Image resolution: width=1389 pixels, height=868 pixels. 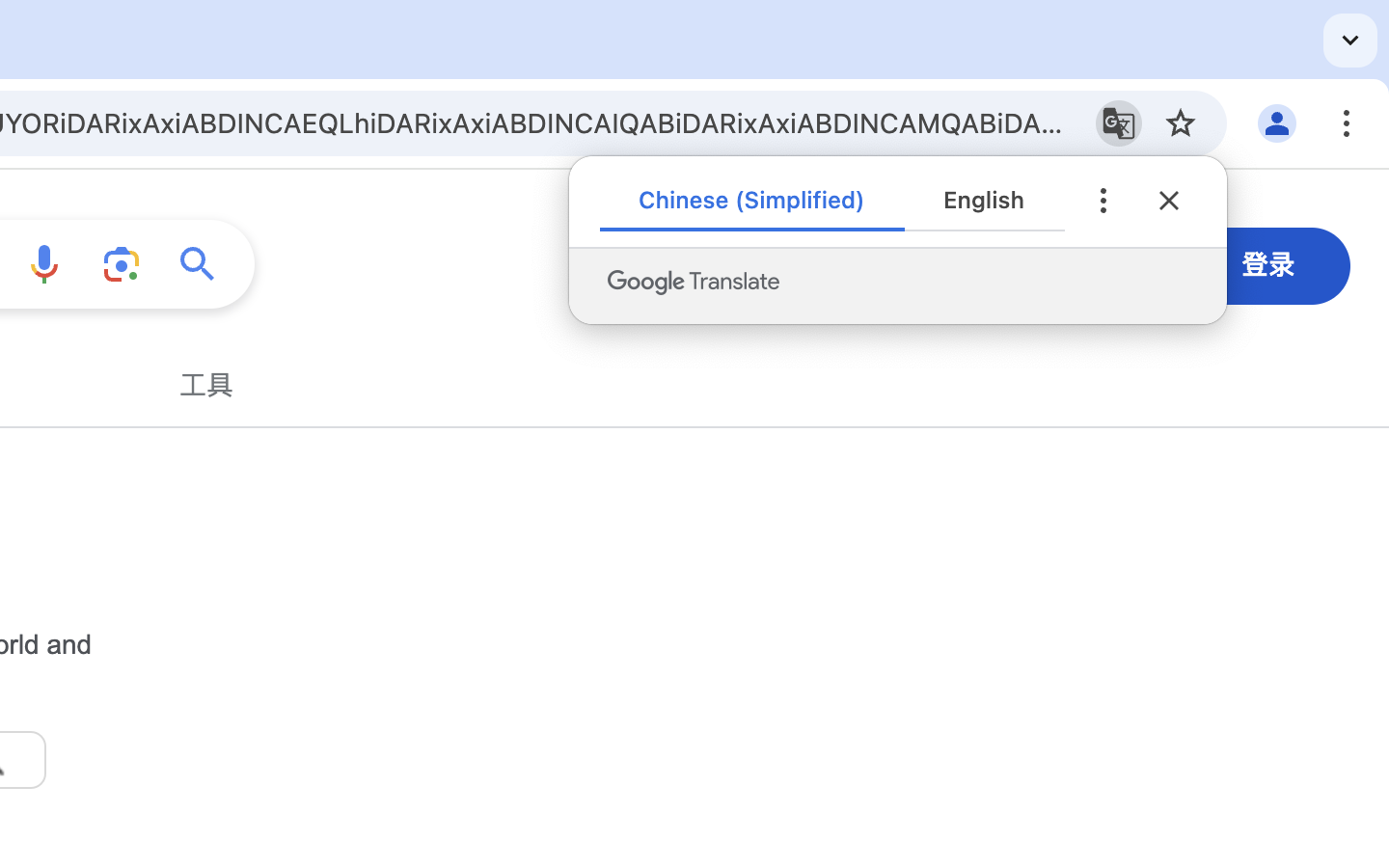 I want to click on '登录', so click(x=1269, y=262).